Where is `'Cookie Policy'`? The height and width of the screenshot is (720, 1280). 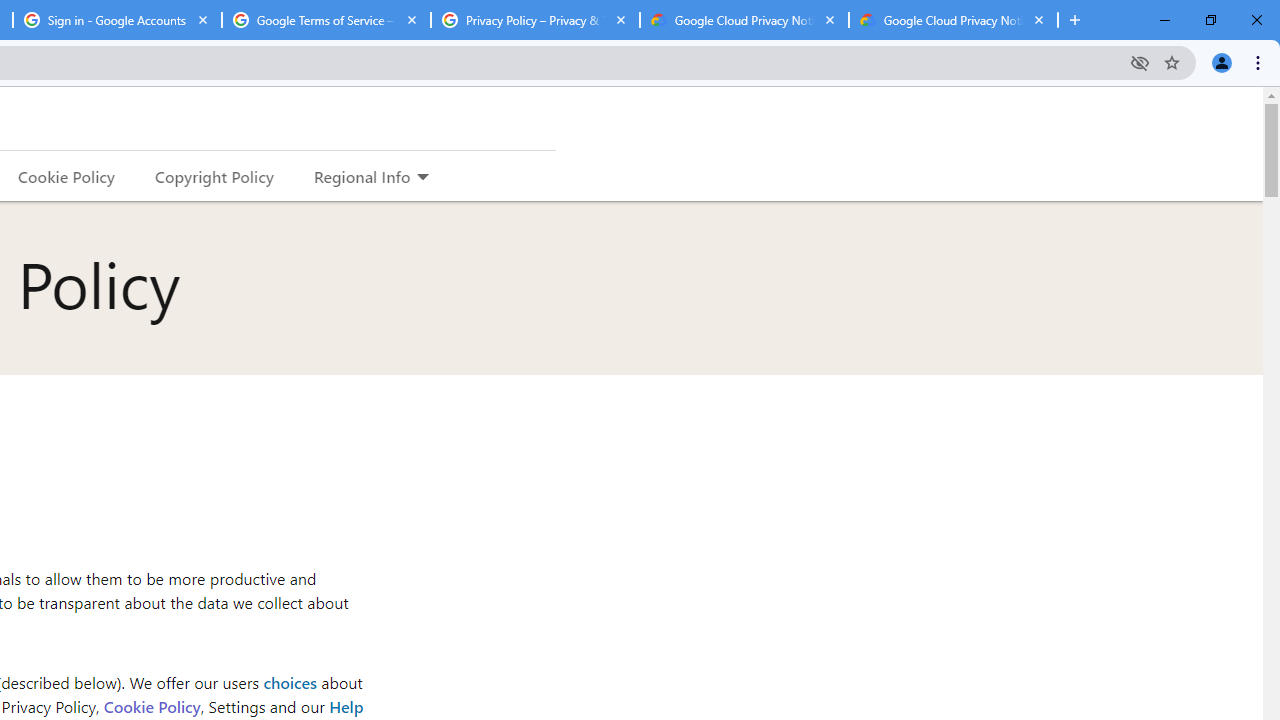 'Cookie Policy' is located at coordinates (150, 705).